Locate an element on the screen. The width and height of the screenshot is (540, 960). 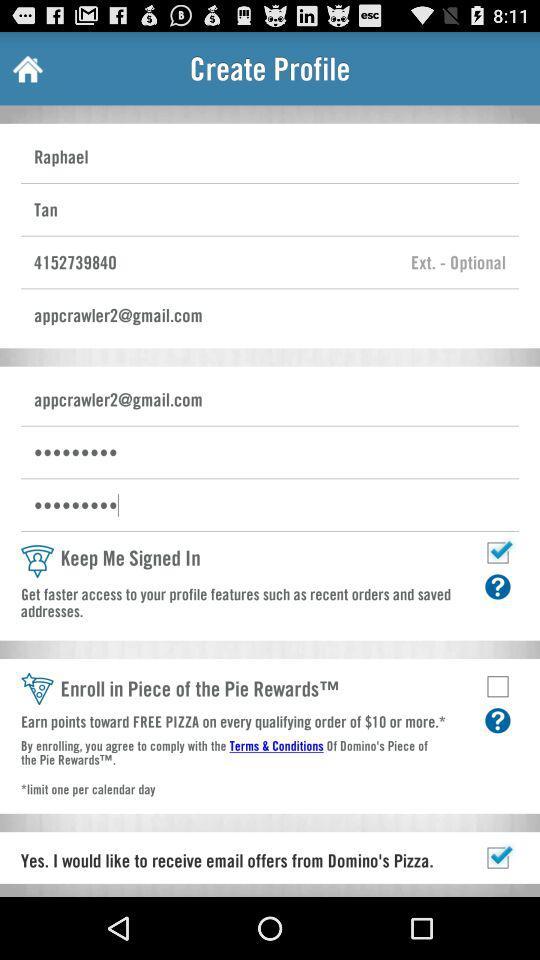
the help icon is located at coordinates (496, 770).